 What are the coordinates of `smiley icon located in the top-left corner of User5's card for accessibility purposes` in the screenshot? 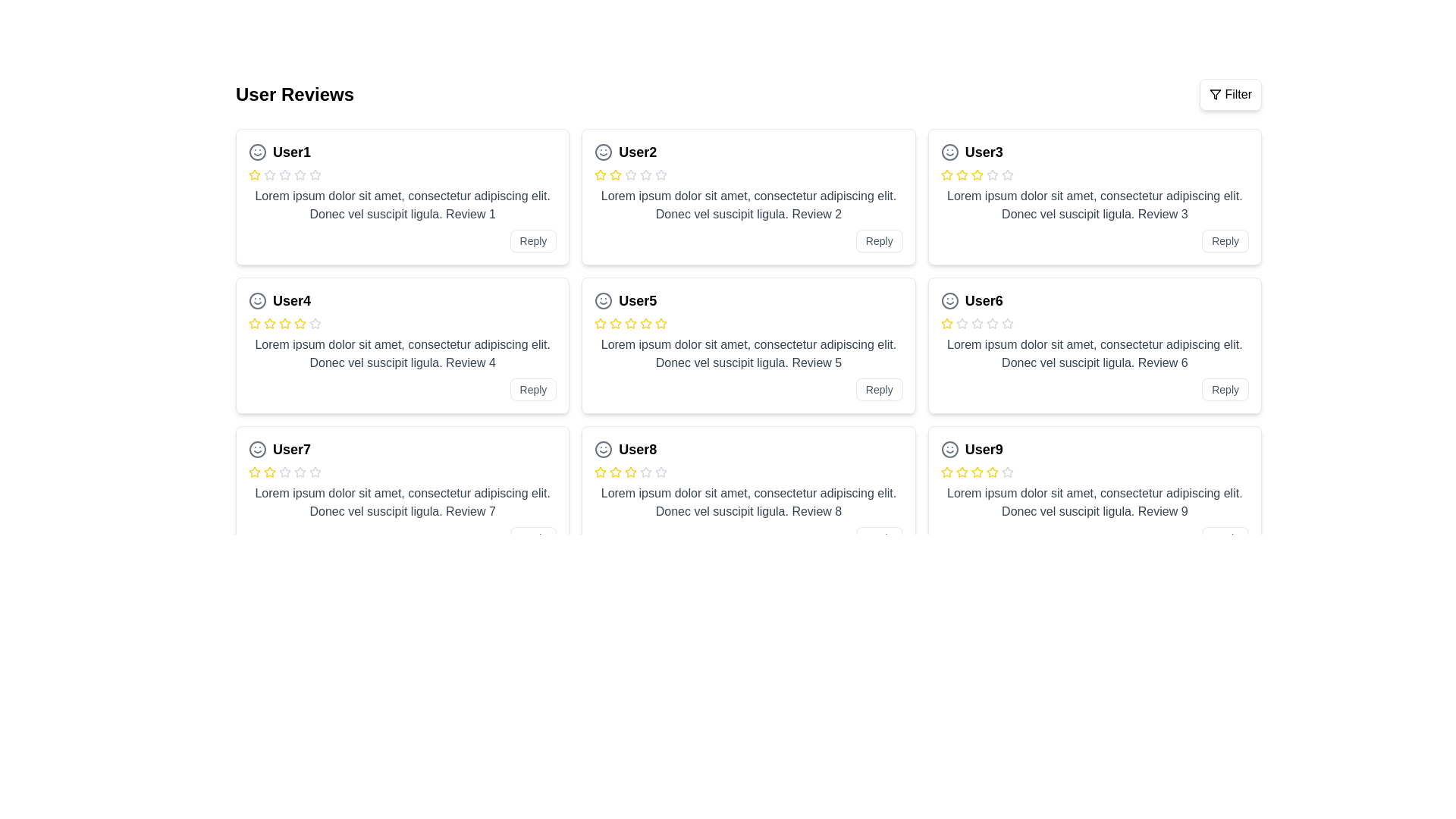 It's located at (603, 301).